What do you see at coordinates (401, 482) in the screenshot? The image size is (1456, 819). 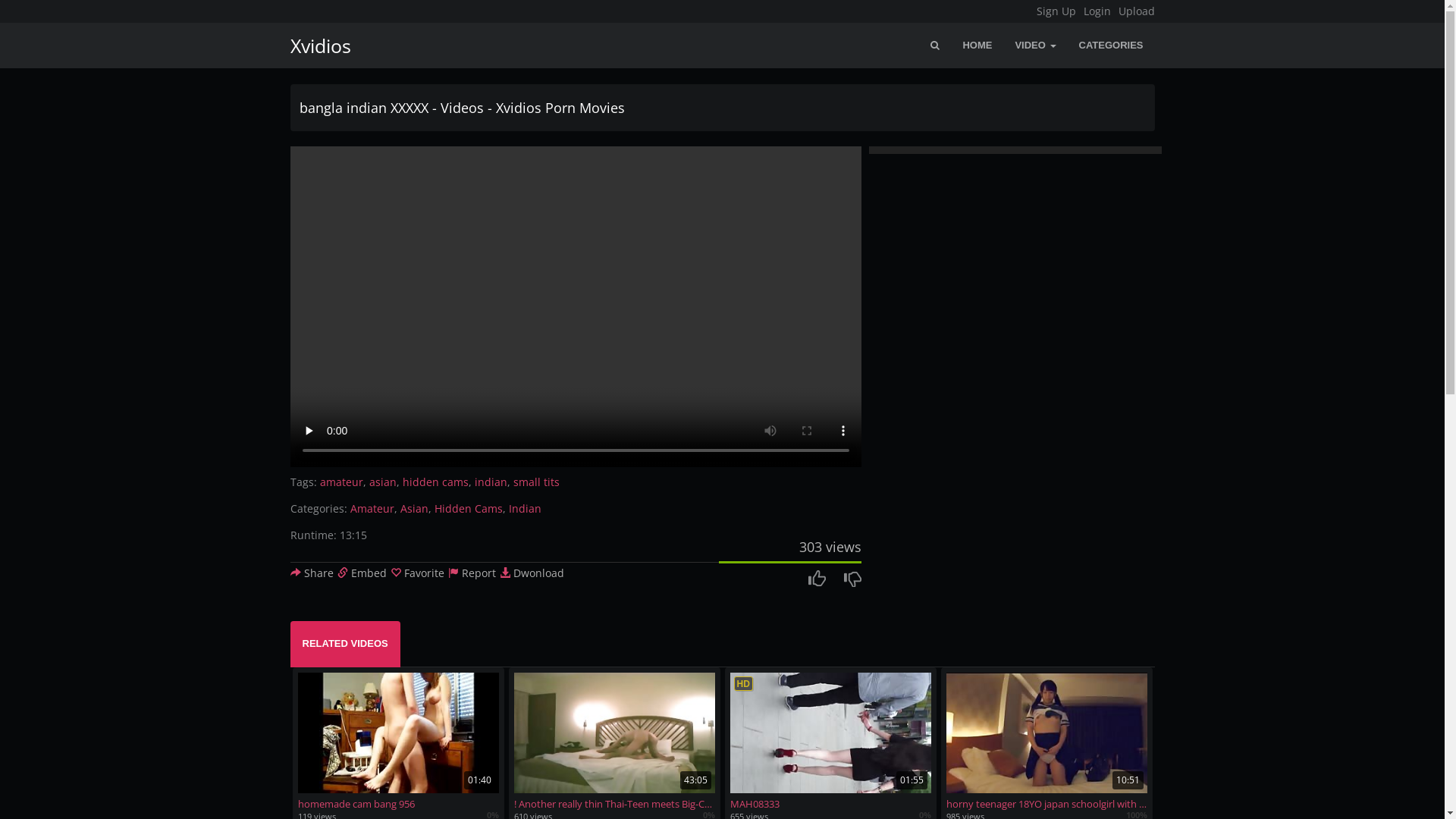 I see `'hidden cams'` at bounding box center [401, 482].